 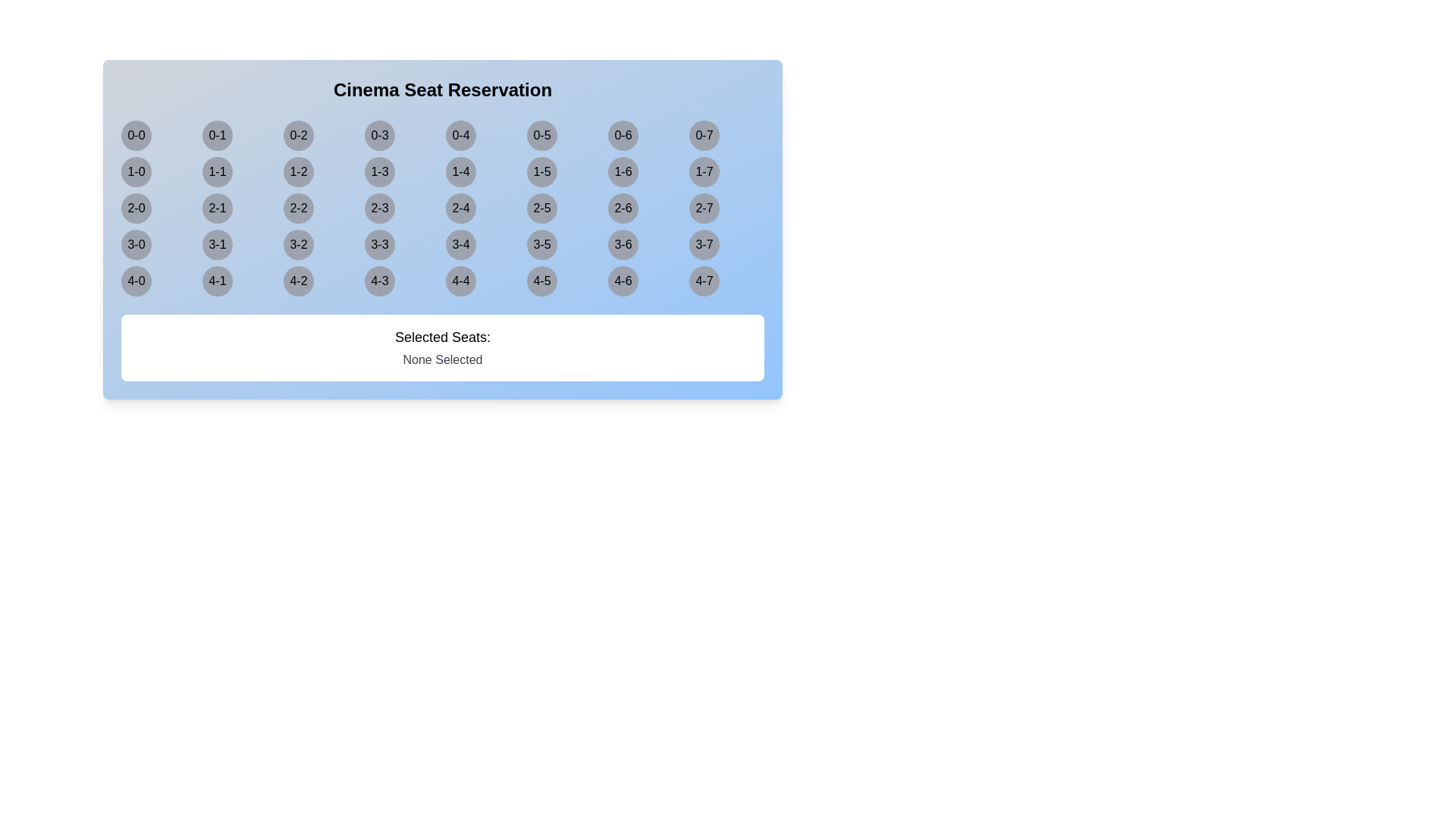 What do you see at coordinates (217, 171) in the screenshot?
I see `the circular button labeled '1-1' with a light gray background` at bounding box center [217, 171].